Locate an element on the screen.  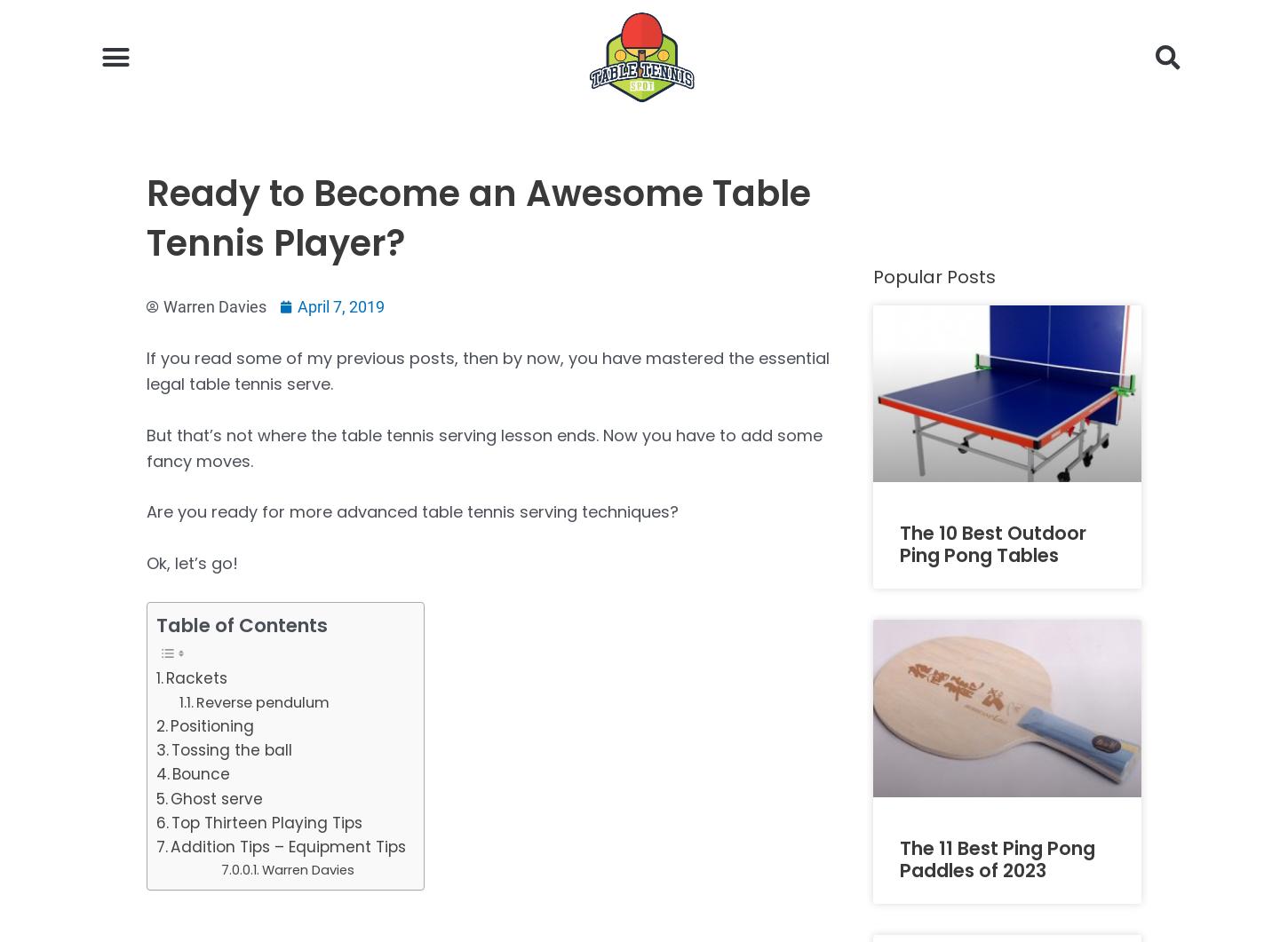
'If you read some of my previous posts, then by now, you have mastered the essential legal table tennis serve.' is located at coordinates (146, 371).